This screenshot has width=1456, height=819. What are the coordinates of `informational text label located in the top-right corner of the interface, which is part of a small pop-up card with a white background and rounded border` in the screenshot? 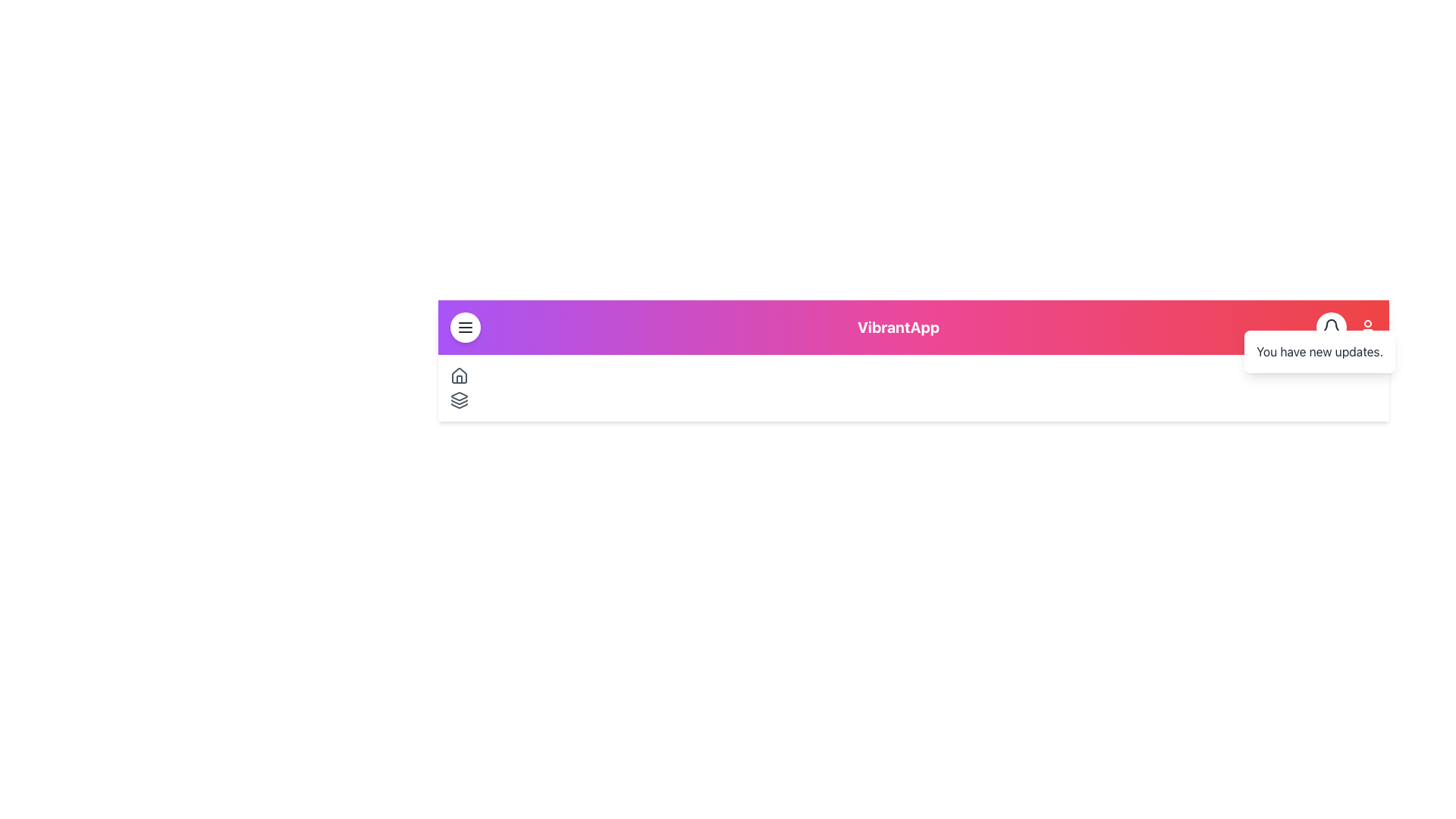 It's located at (1319, 351).